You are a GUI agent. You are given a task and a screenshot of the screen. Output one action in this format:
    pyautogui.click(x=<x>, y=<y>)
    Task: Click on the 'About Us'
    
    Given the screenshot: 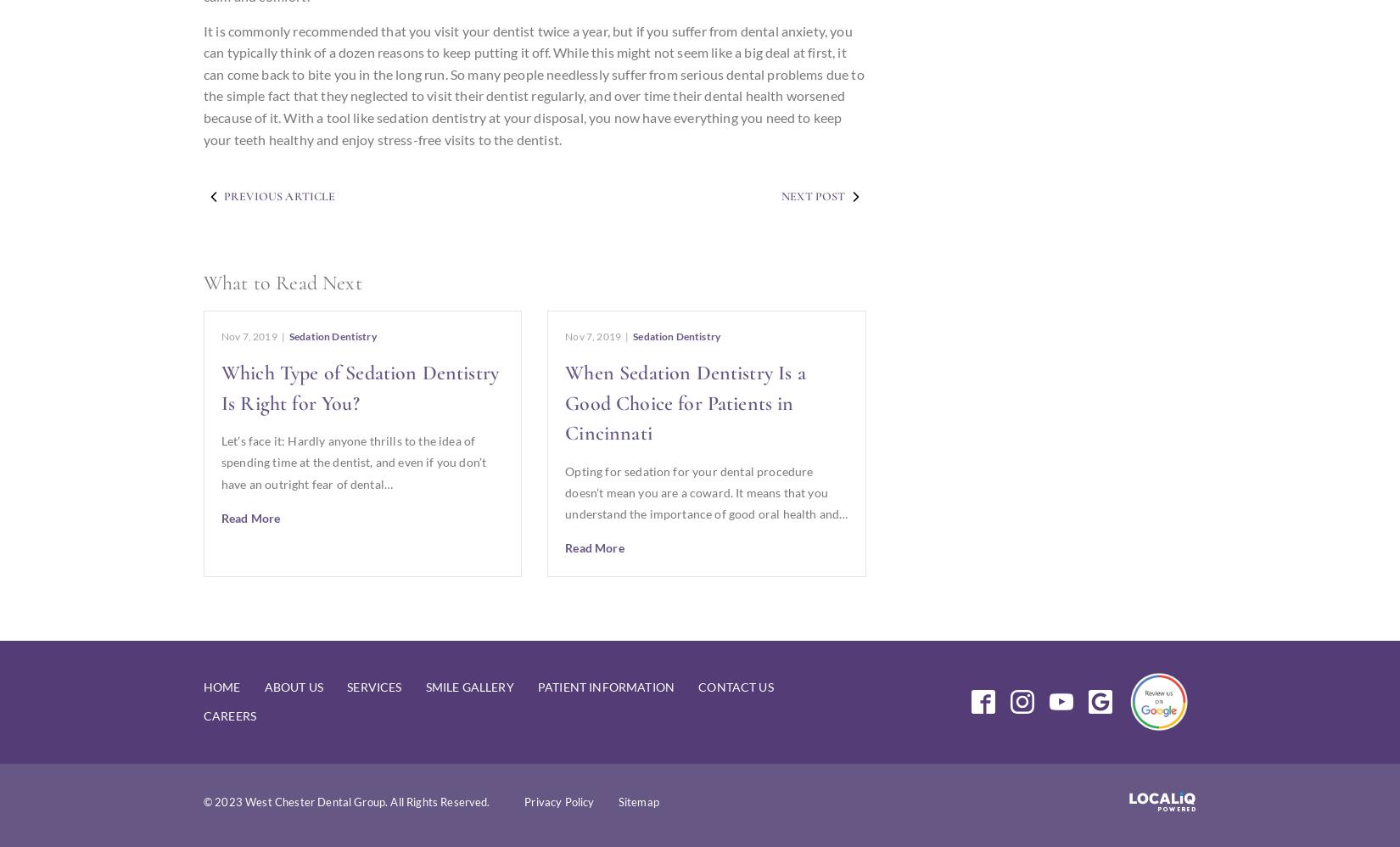 What is the action you would take?
    pyautogui.click(x=264, y=686)
    